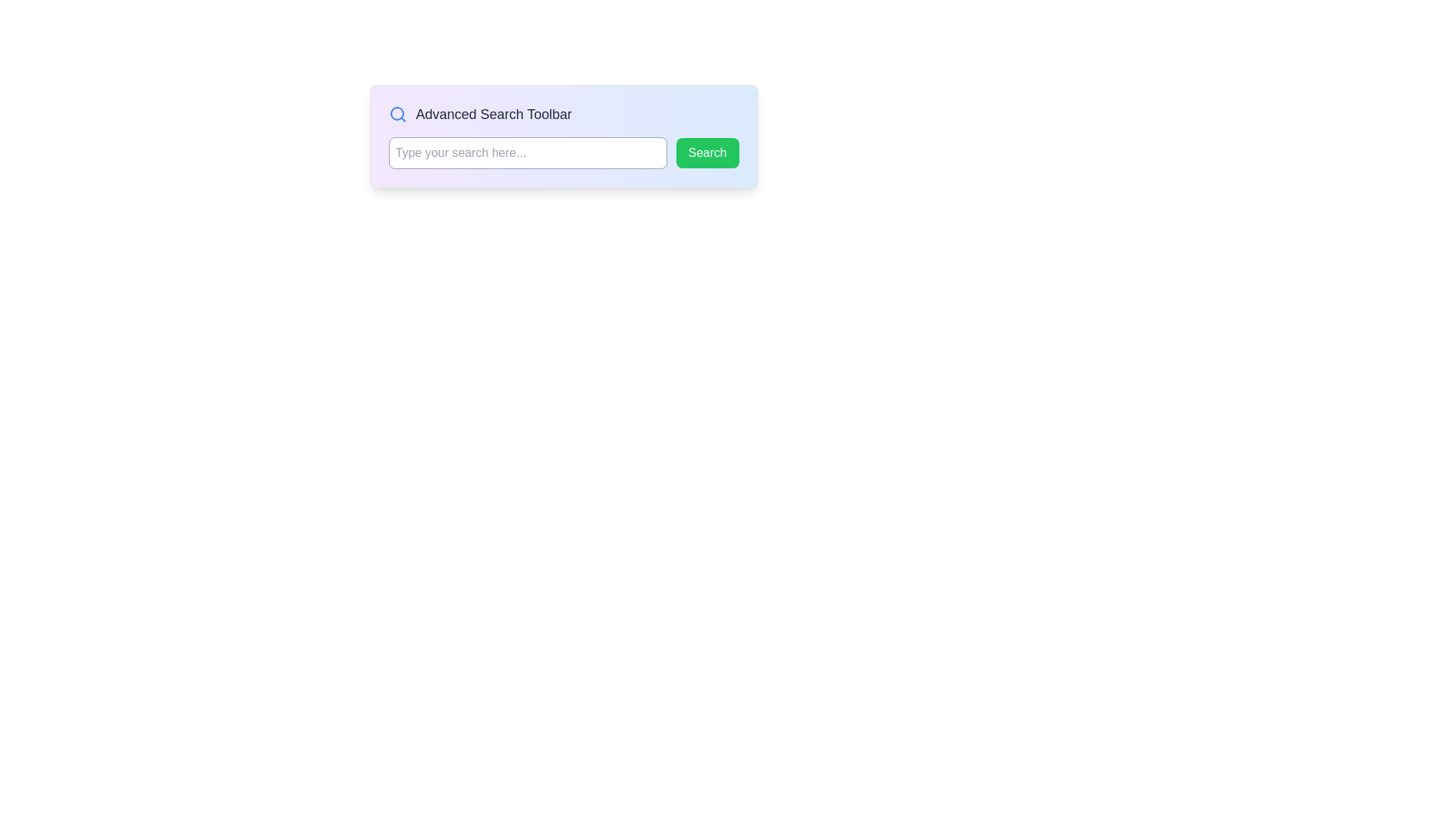 This screenshot has width=1456, height=819. What do you see at coordinates (494, 113) in the screenshot?
I see `the 'Advanced Search Toolbar' text label, which is styled with a large font size and medium weight, located centrally in the toolbar and to the right of a magnifying glass icon` at bounding box center [494, 113].